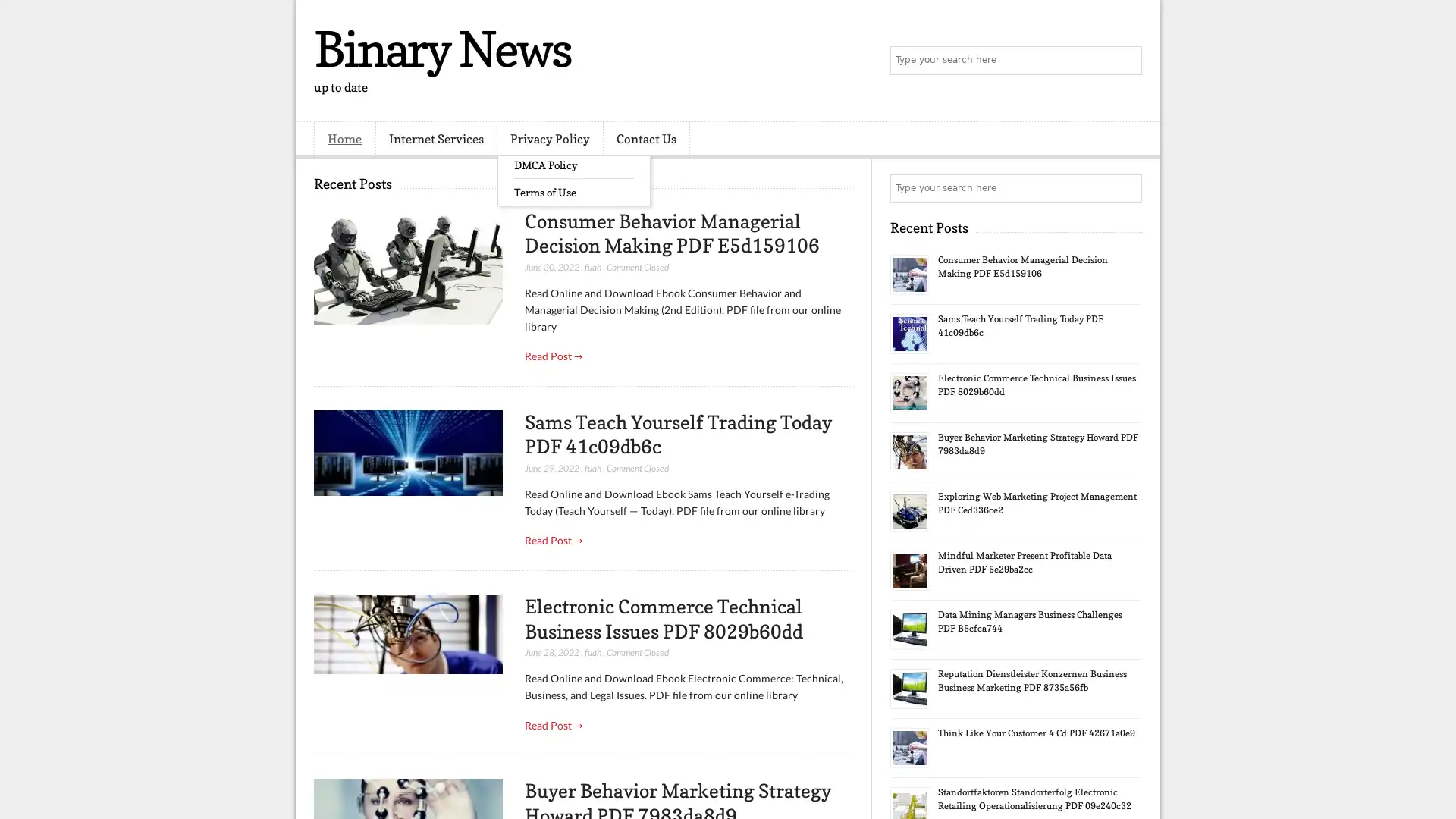 The width and height of the screenshot is (1456, 819). Describe the element at coordinates (1126, 61) in the screenshot. I see `Search` at that location.